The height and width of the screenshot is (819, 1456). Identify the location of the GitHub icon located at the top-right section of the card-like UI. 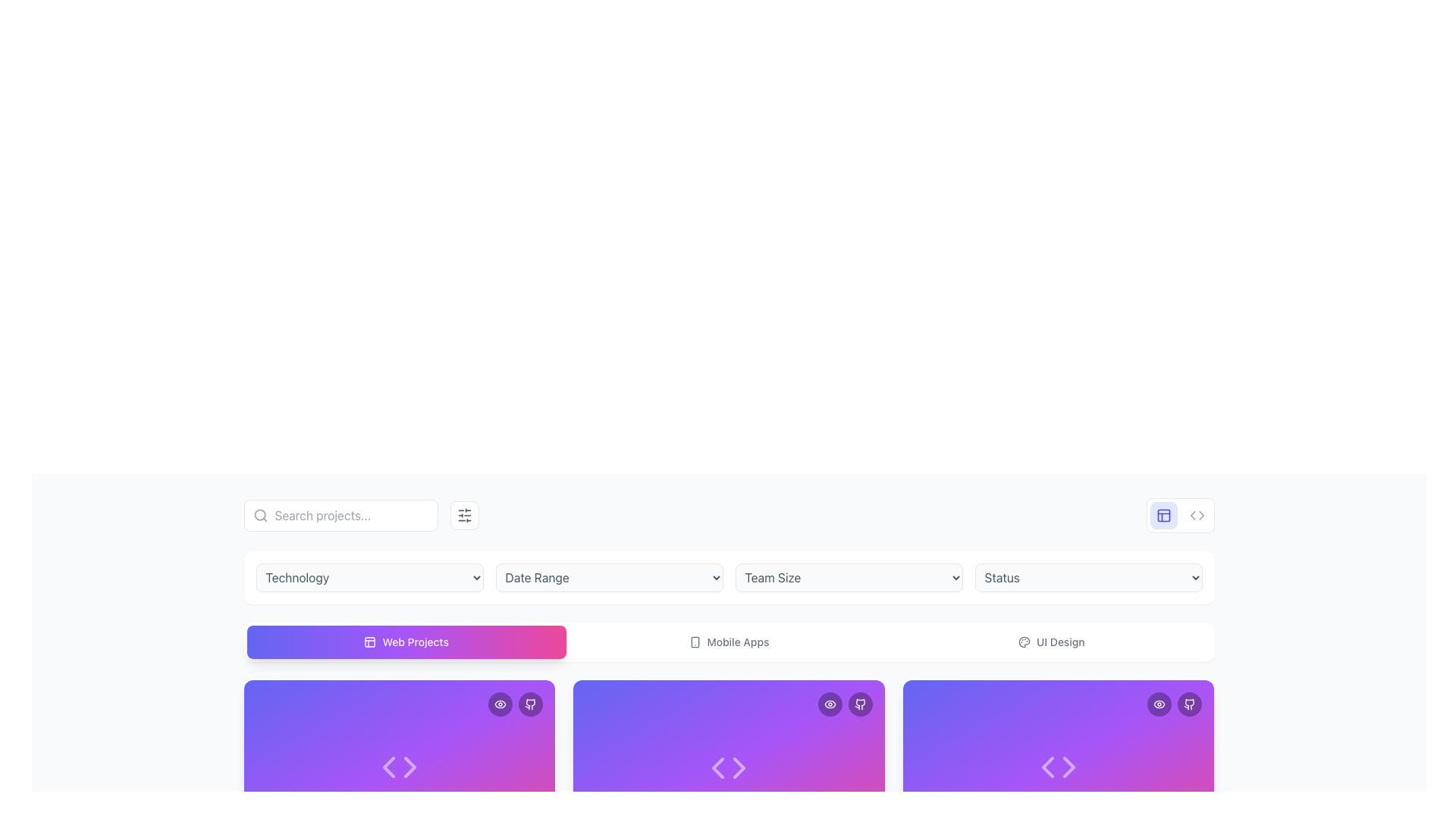
(859, 704).